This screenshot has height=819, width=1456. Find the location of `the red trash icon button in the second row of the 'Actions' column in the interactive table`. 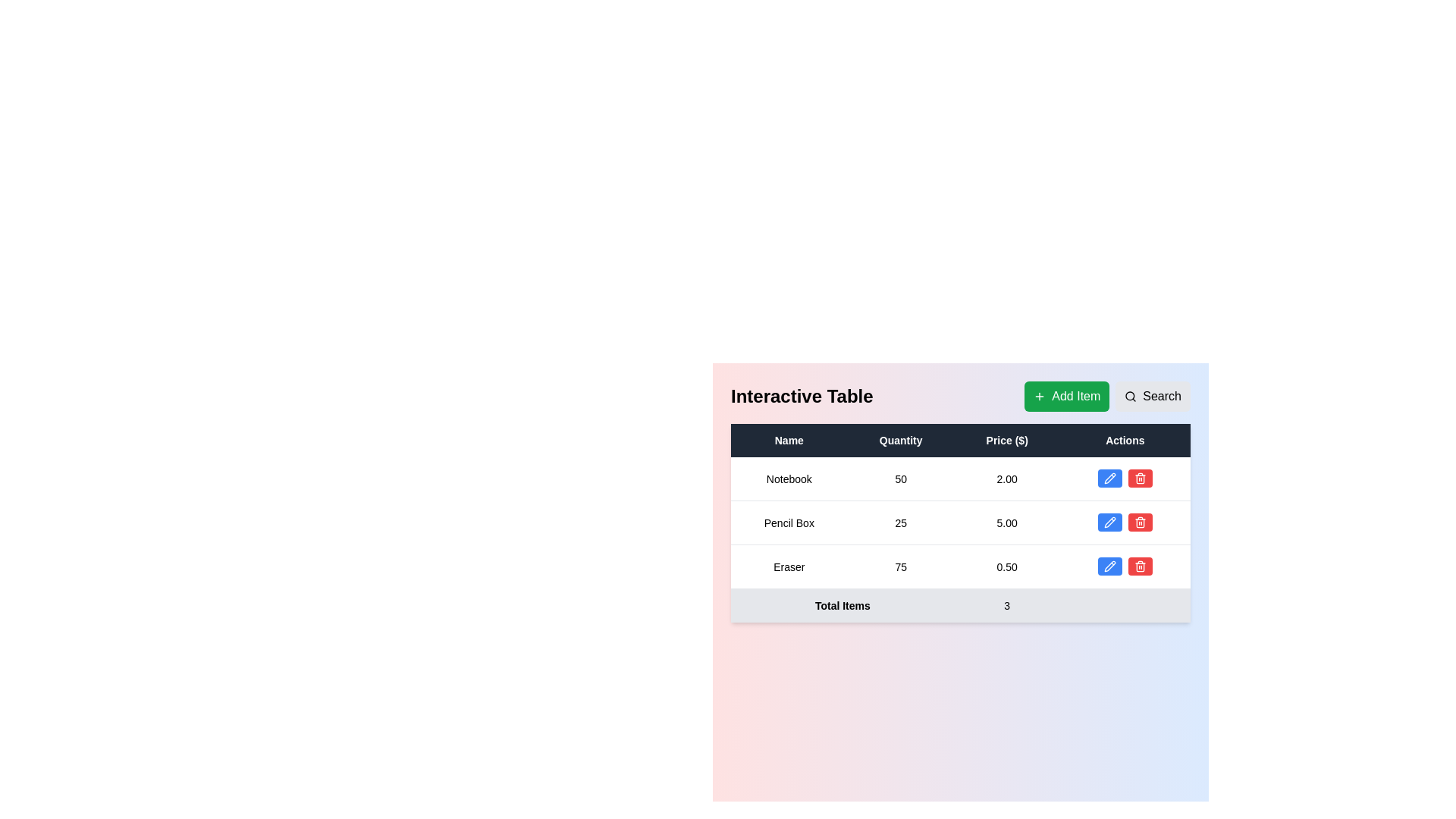

the red trash icon button in the second row of the 'Actions' column in the interactive table is located at coordinates (1140, 566).